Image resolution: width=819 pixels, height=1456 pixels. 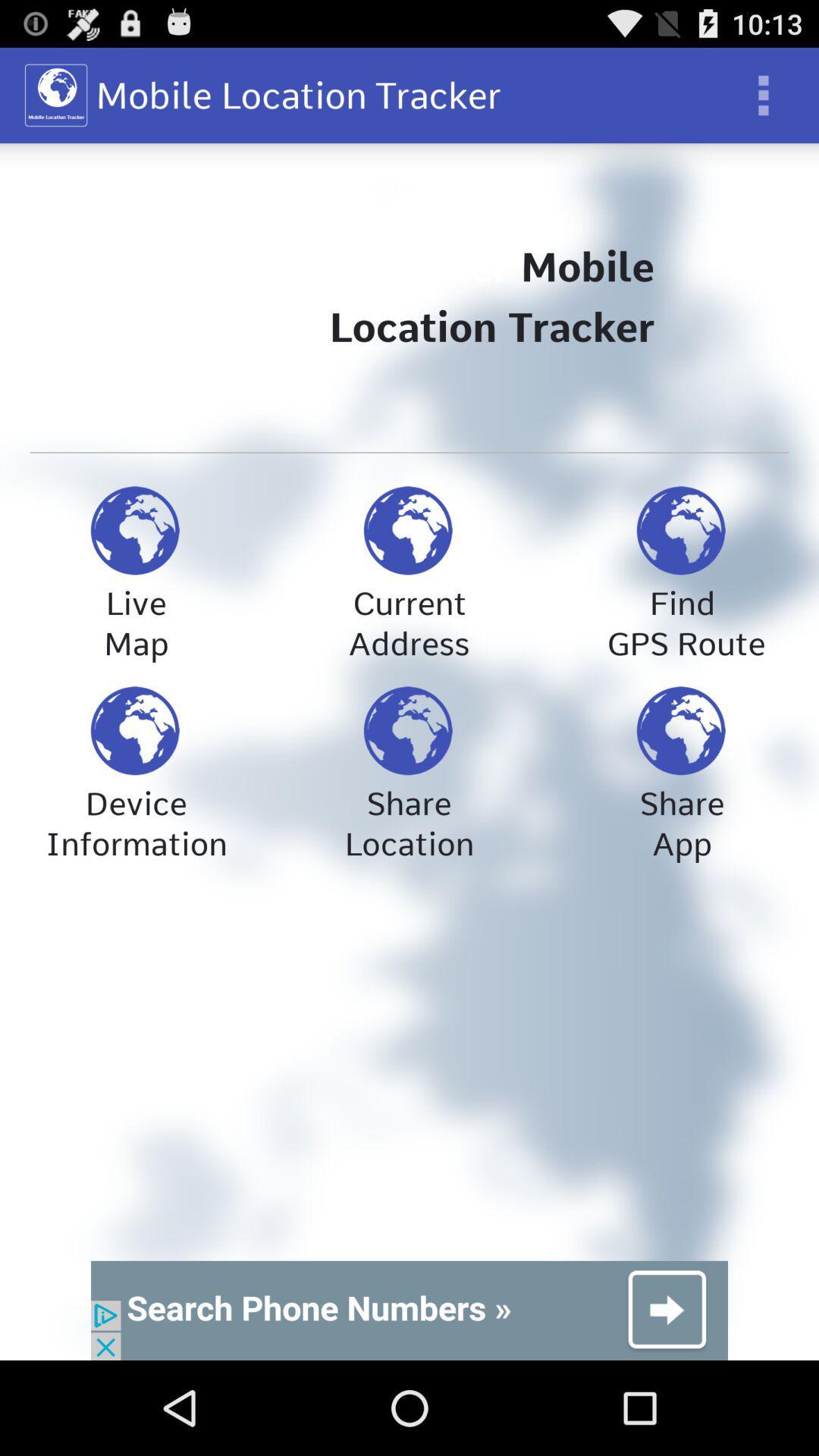 I want to click on search phone number advertisements, so click(x=409, y=1310).